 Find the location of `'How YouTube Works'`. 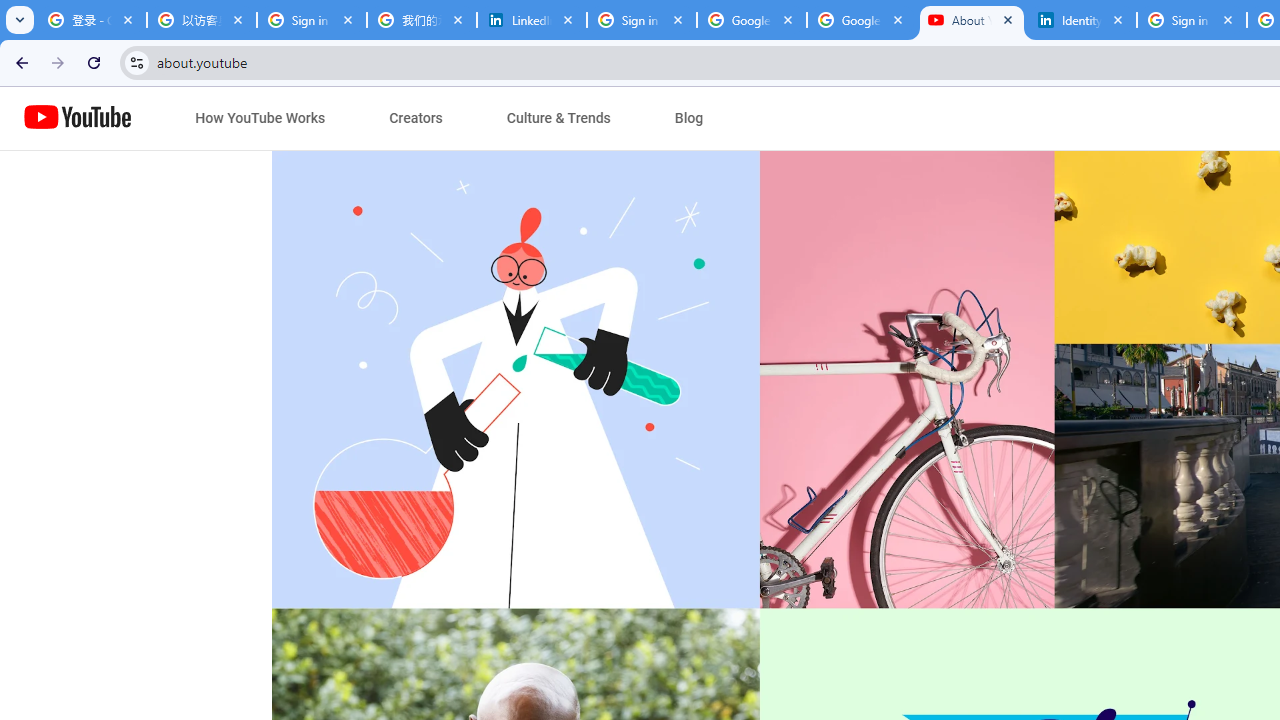

'How YouTube Works' is located at coordinates (259, 118).